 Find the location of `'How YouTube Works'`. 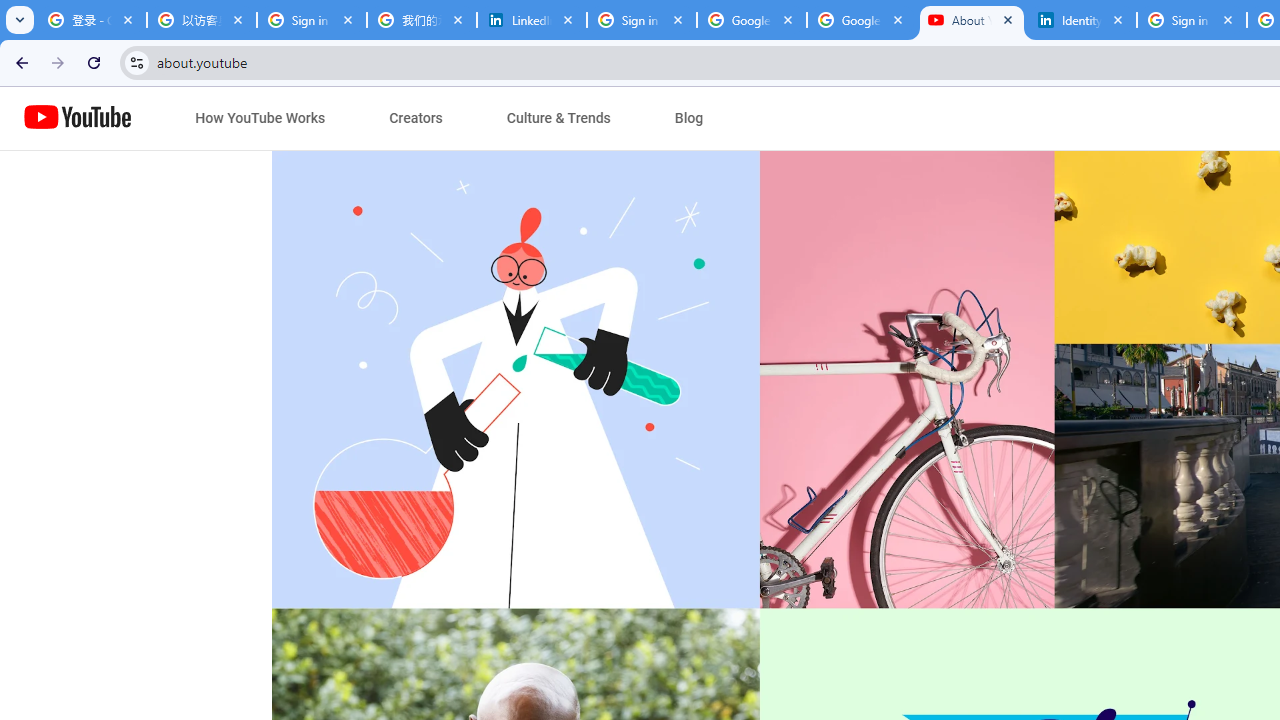

'How YouTube Works' is located at coordinates (259, 118).